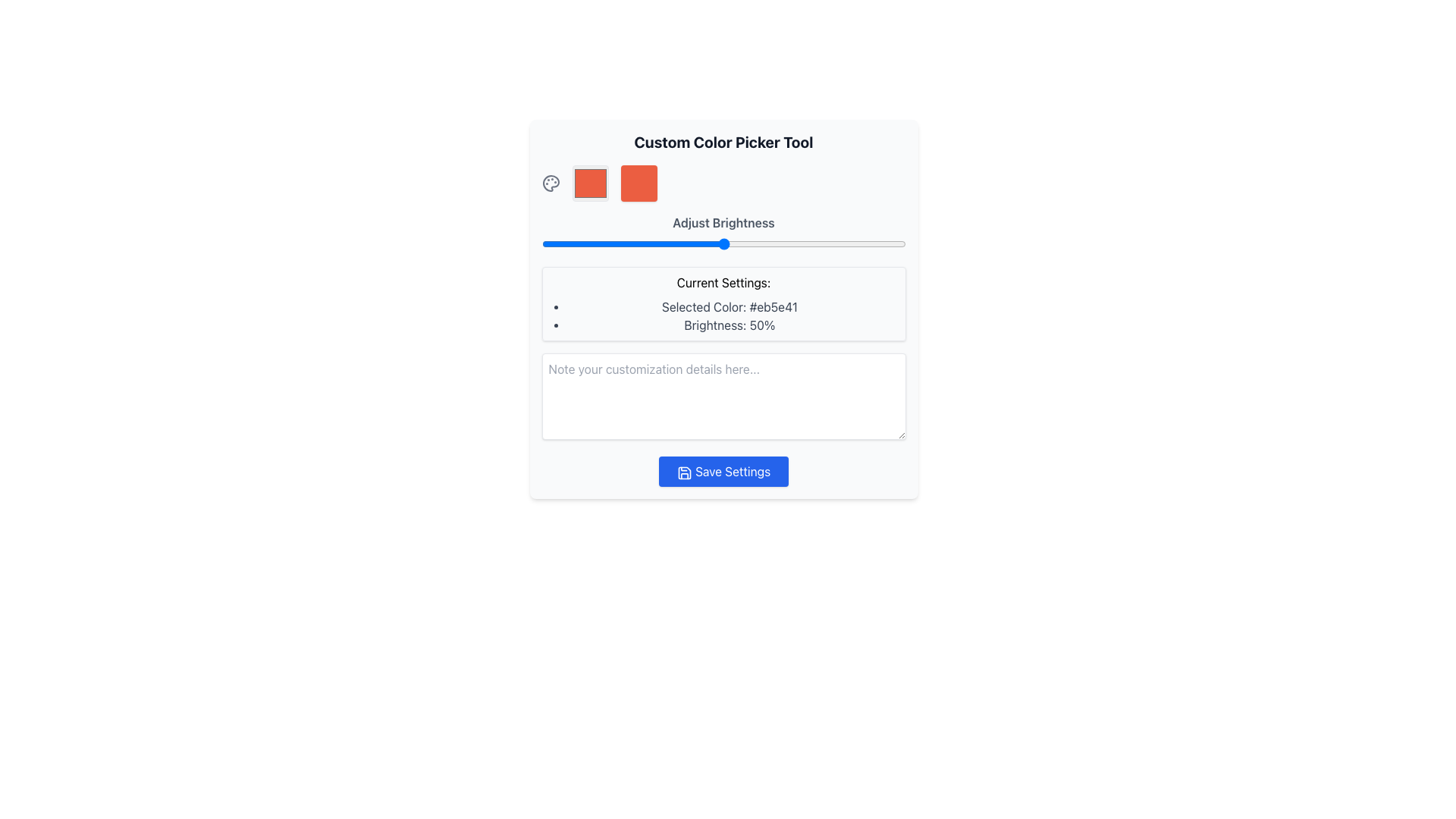 The width and height of the screenshot is (1456, 819). Describe the element at coordinates (738, 243) in the screenshot. I see `brightness` at that location.